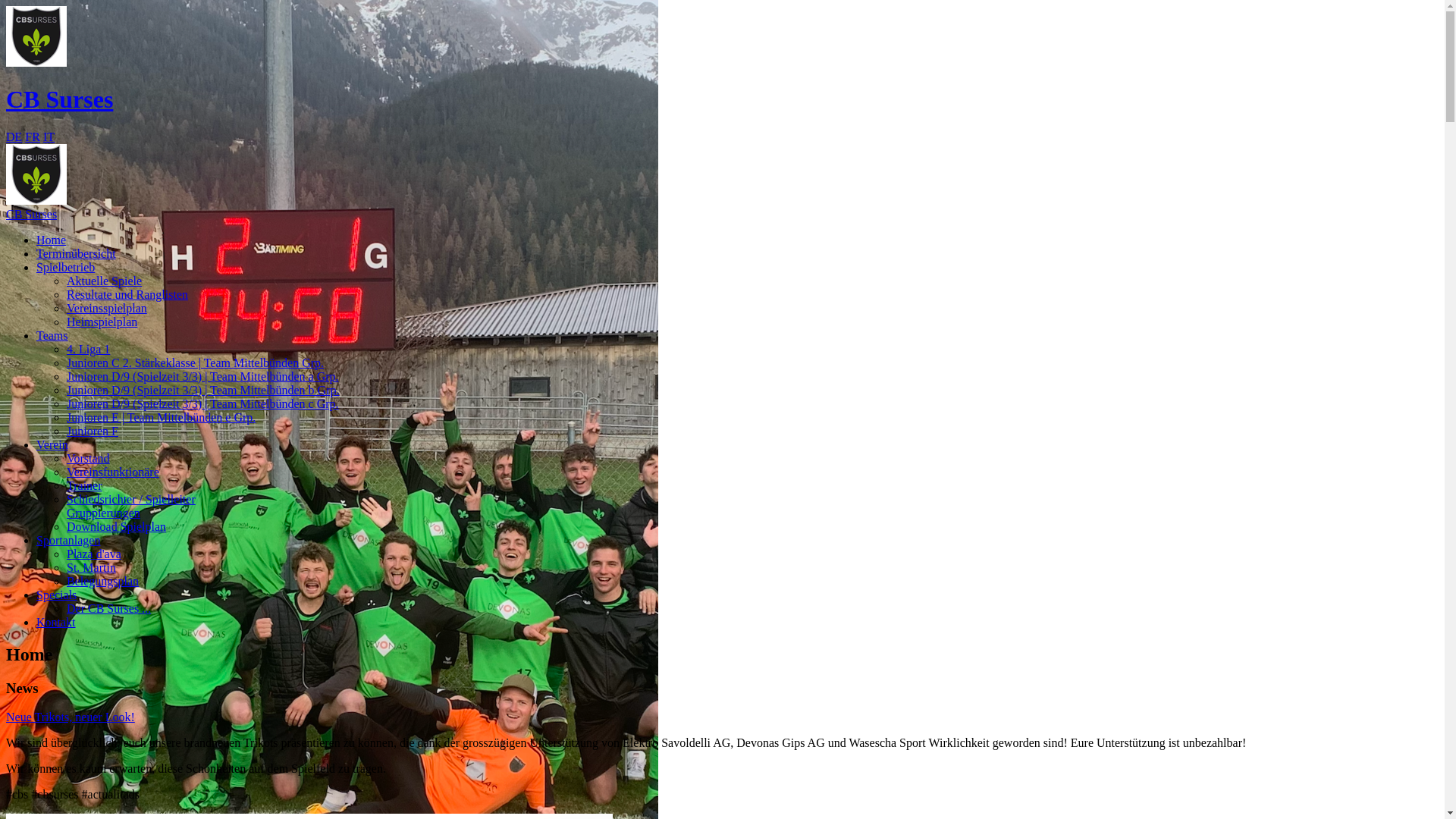 This screenshot has height=819, width=1456. I want to click on 'Teams', so click(52, 334).